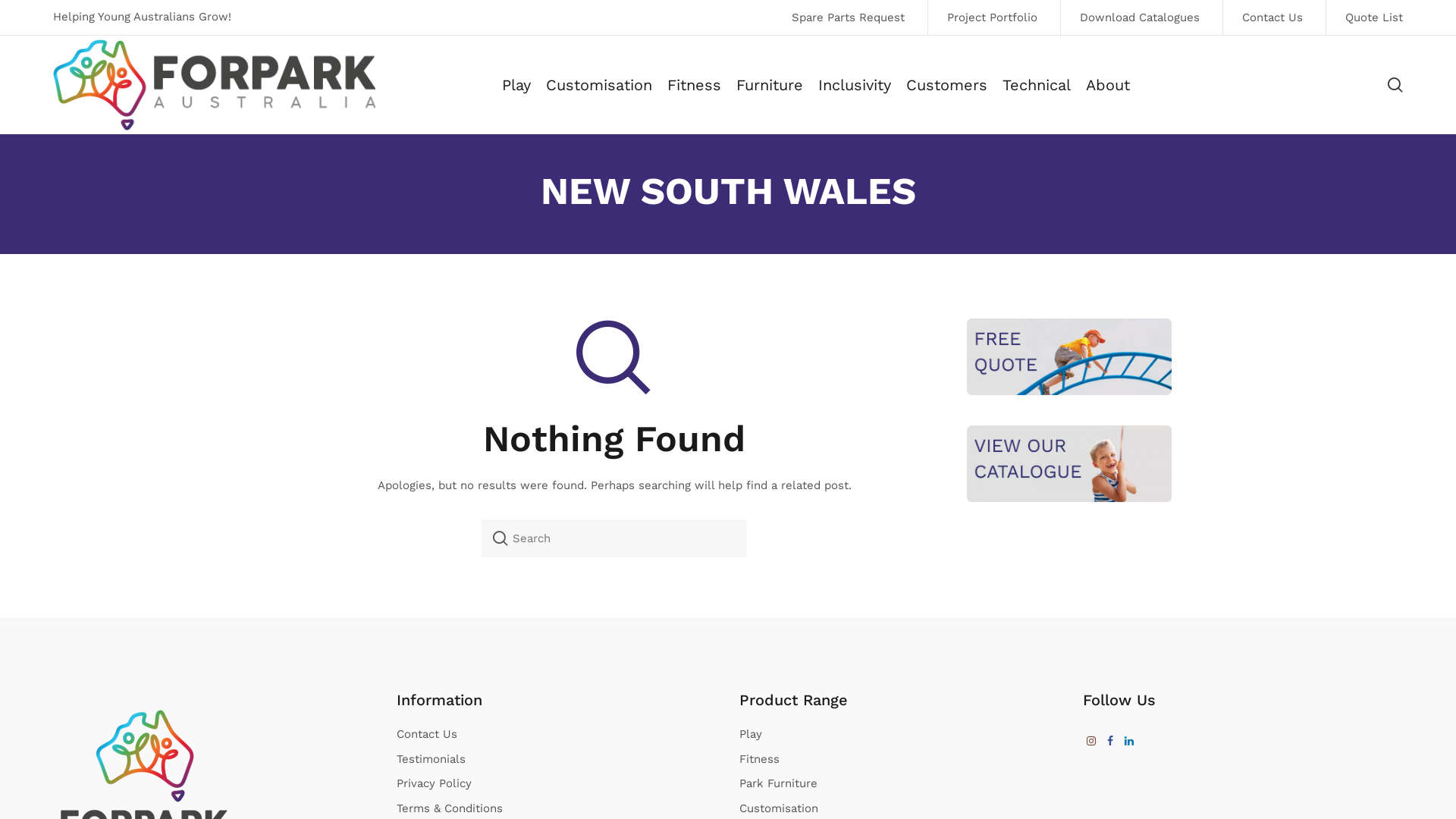  I want to click on 'Furniture', so click(736, 84).